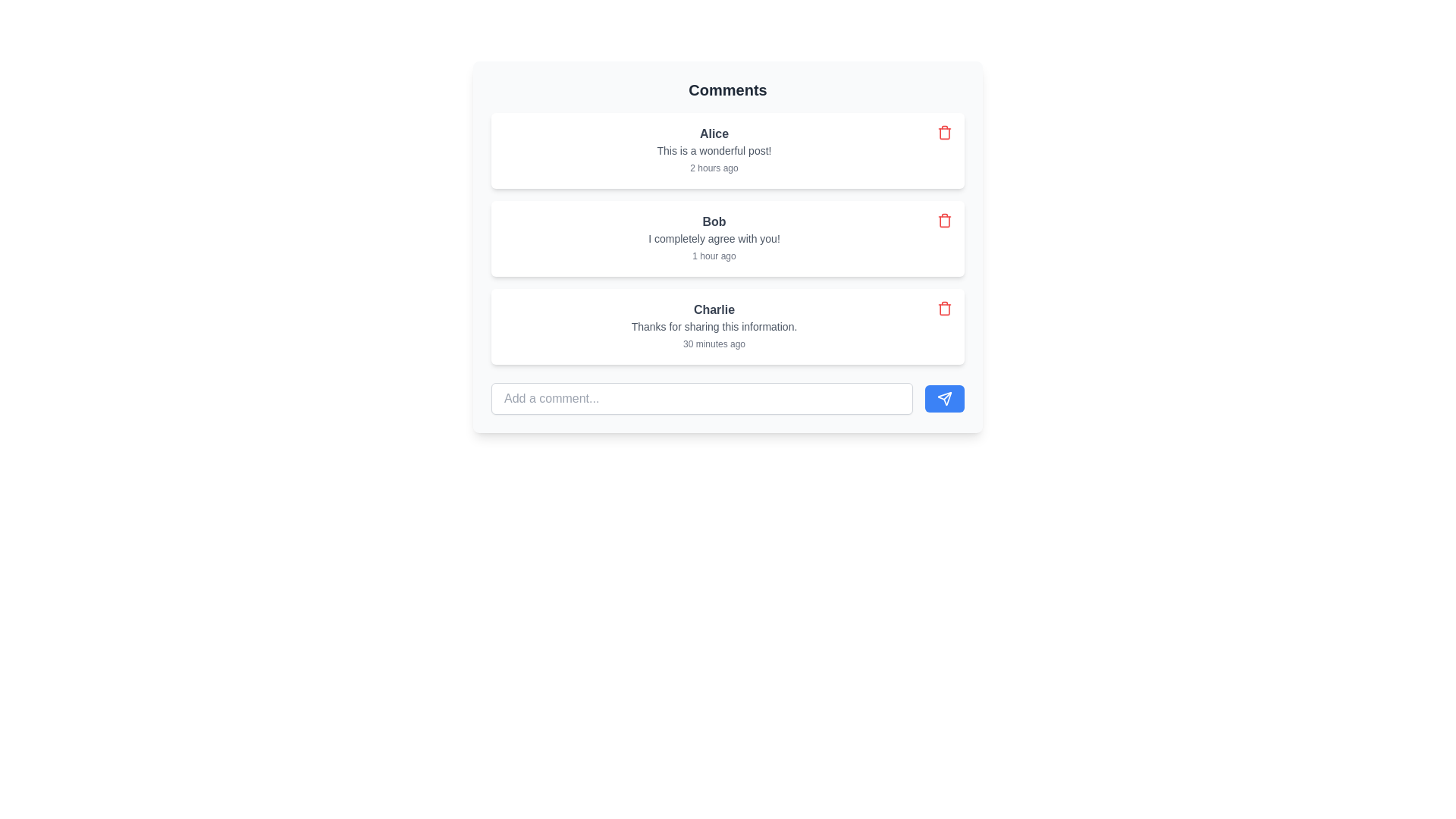 Image resolution: width=1456 pixels, height=819 pixels. Describe the element at coordinates (713, 326) in the screenshot. I see `the comment text displayed in the third comment block under the 'Comments' section, located below the username 'Charlie' and above the timestamp '30 minutes ago'` at that location.